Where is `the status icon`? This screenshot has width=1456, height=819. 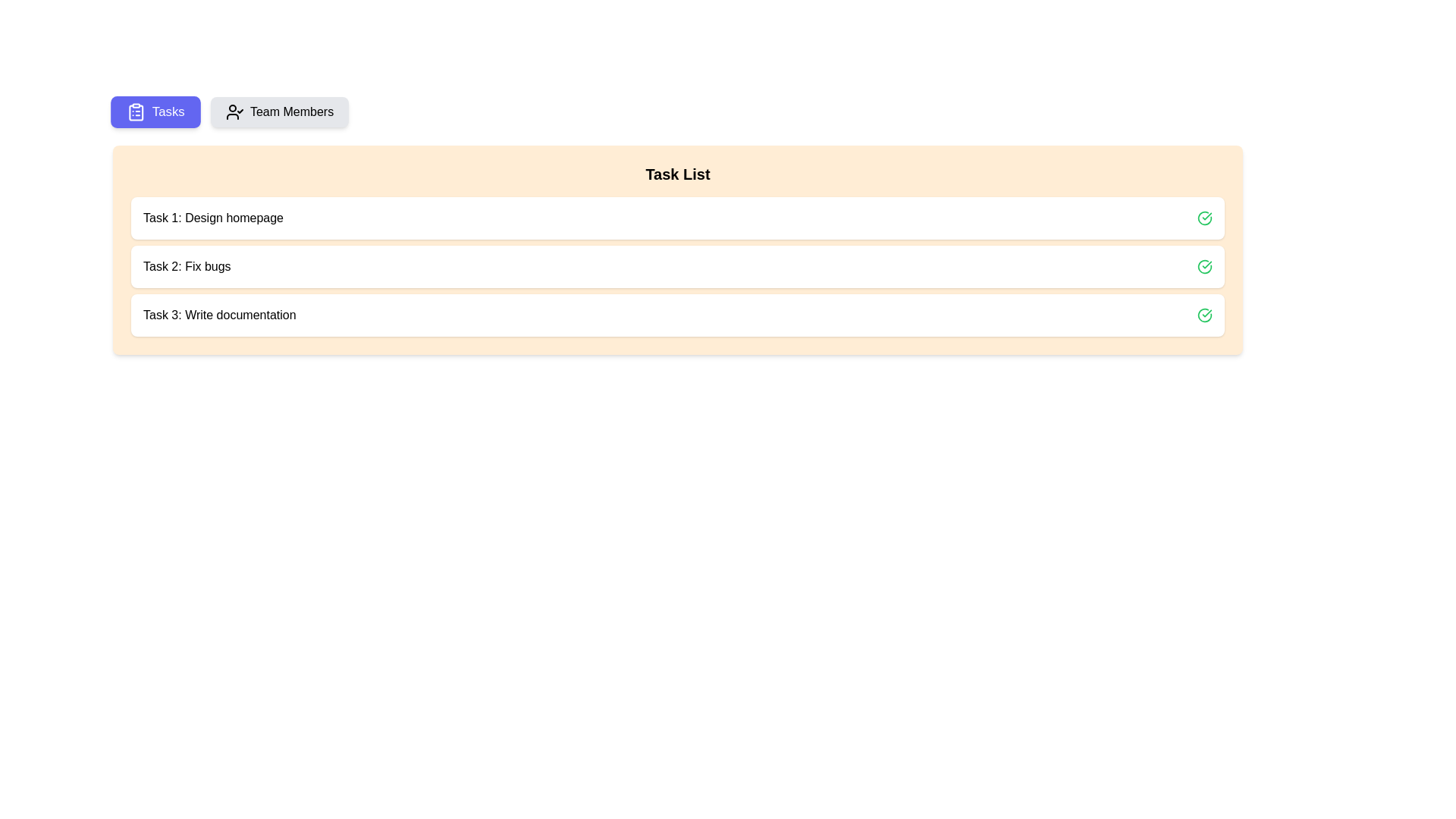
the status icon is located at coordinates (1203, 265).